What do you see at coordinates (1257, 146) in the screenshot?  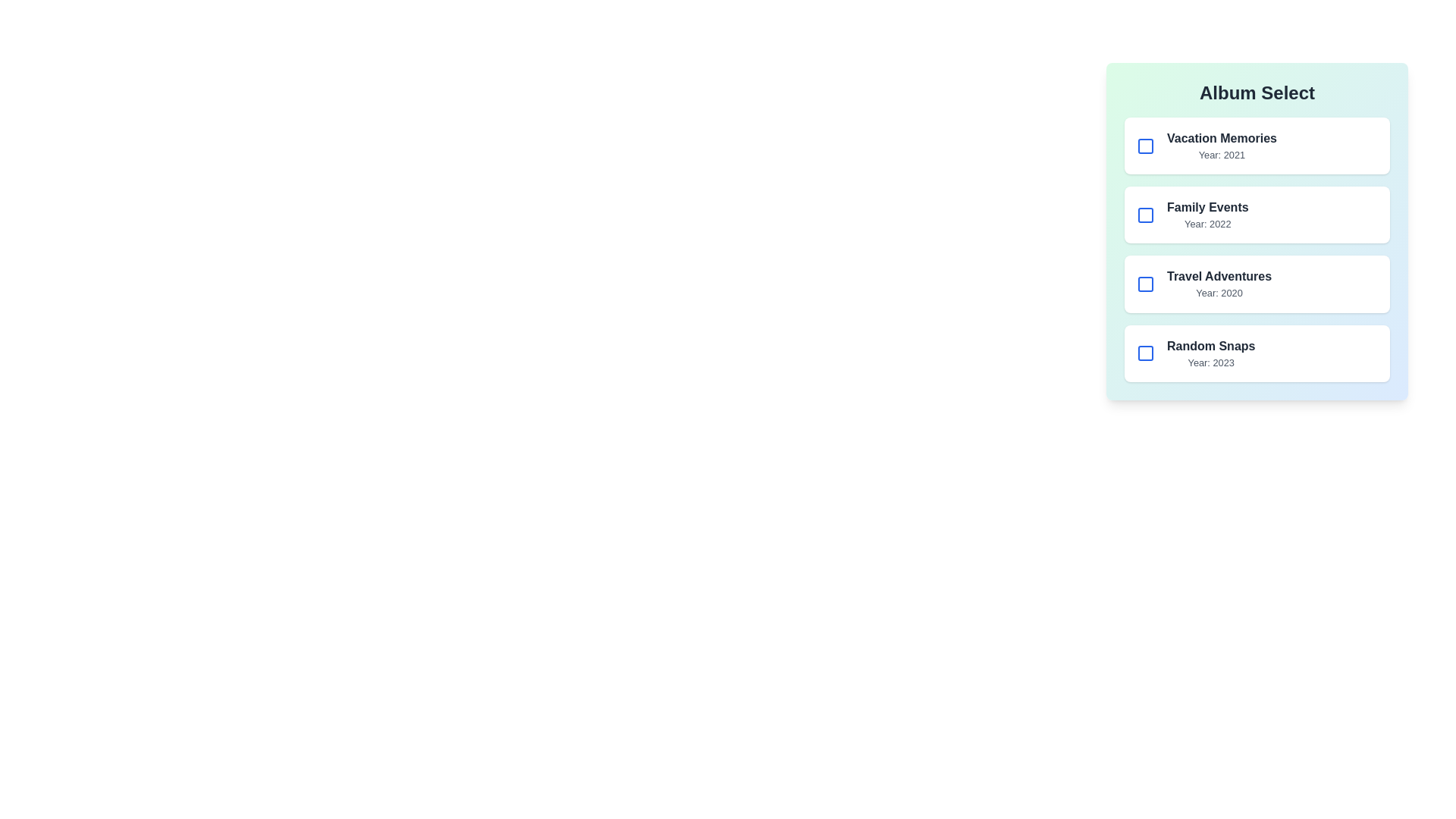 I see `the album item corresponding to Vacation Memories` at bounding box center [1257, 146].